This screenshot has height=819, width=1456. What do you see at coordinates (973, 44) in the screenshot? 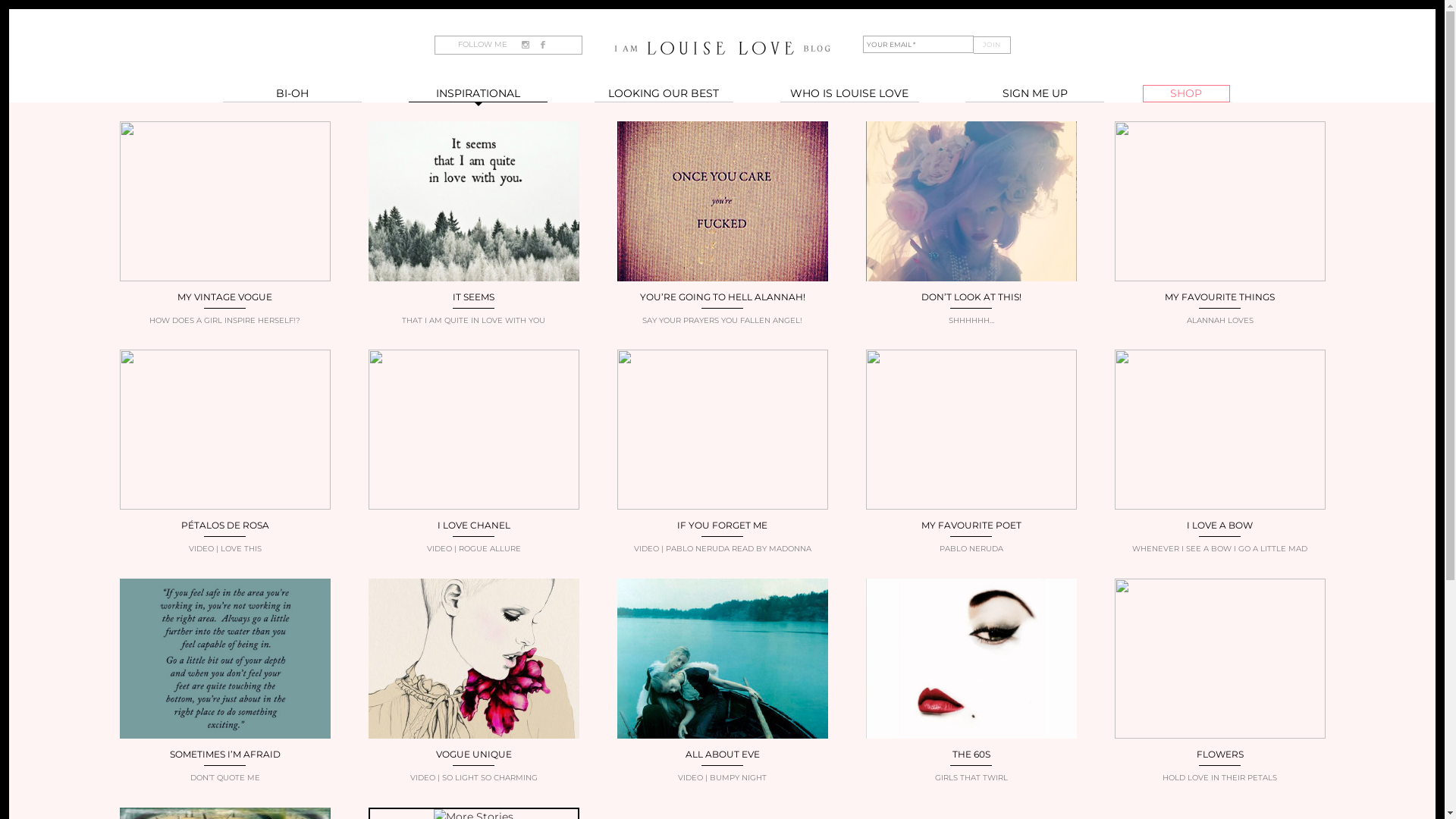
I see `'Join'` at bounding box center [973, 44].